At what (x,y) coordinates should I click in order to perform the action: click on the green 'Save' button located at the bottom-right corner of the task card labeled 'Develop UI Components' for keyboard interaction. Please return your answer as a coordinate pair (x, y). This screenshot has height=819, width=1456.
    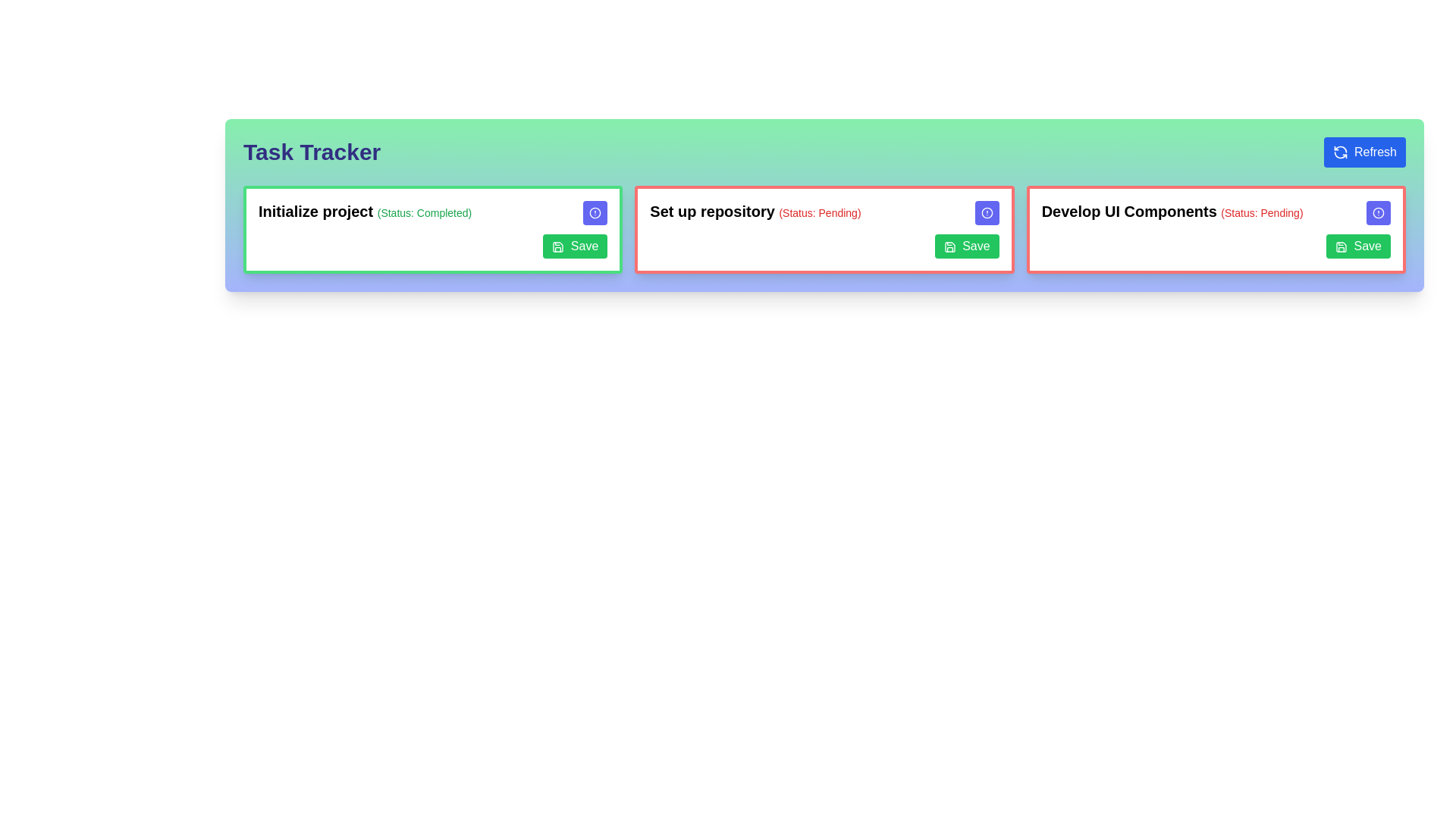
    Looking at the image, I should click on (1358, 245).